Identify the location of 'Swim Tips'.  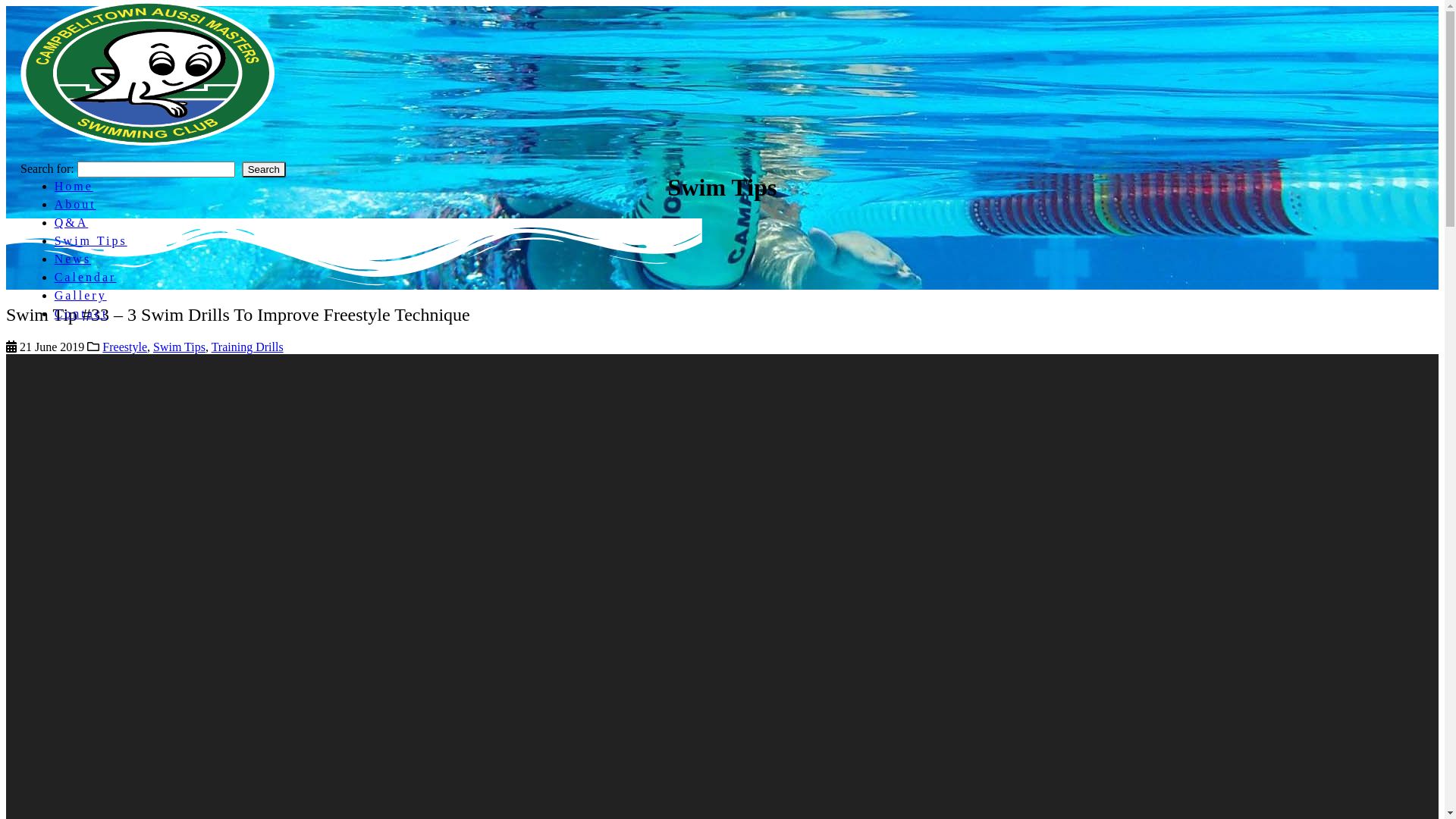
(55, 240).